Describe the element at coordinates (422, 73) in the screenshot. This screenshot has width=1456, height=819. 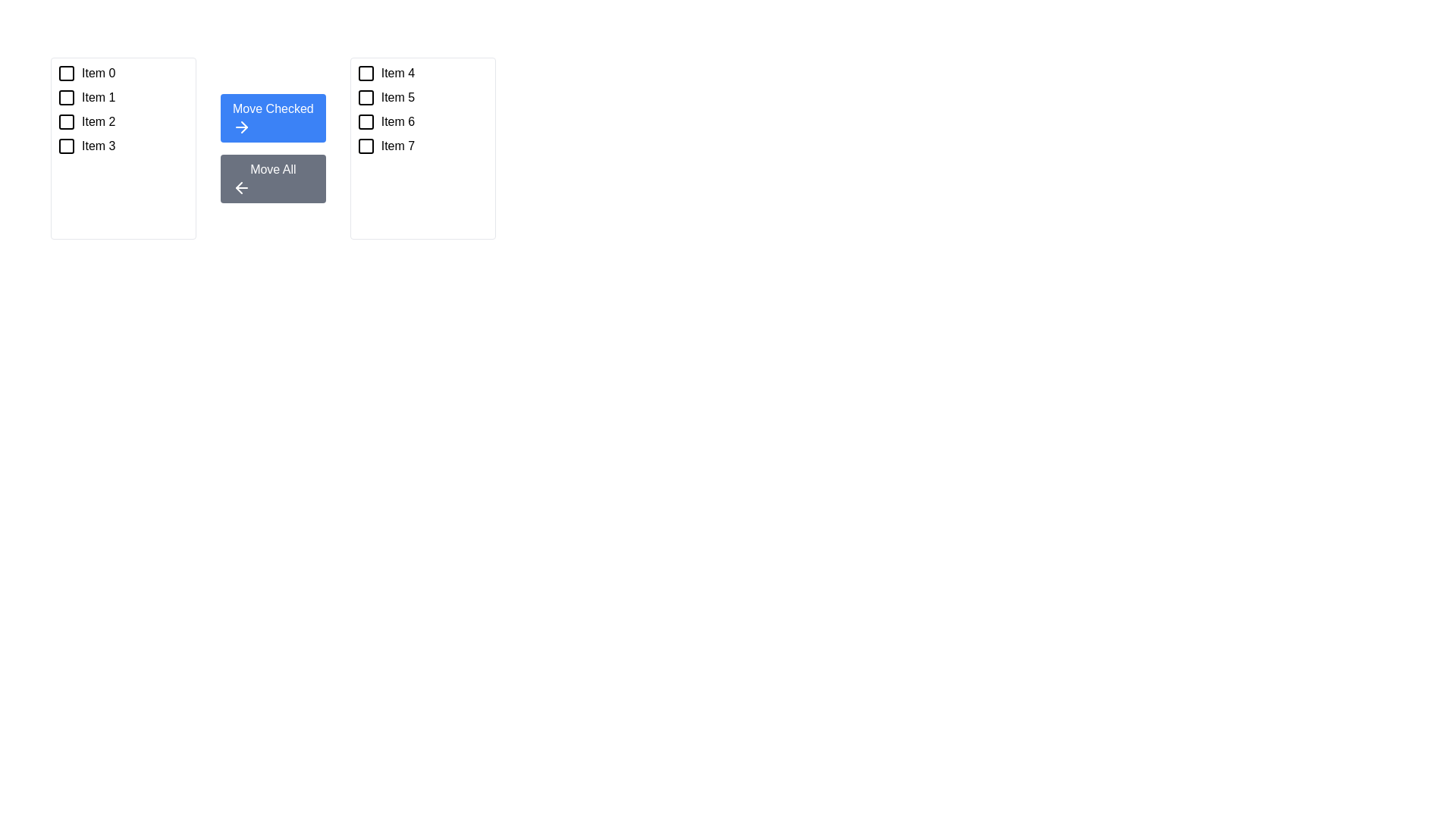
I see `the checkbox next to the first item labeled 'Item 4' in the list` at that location.